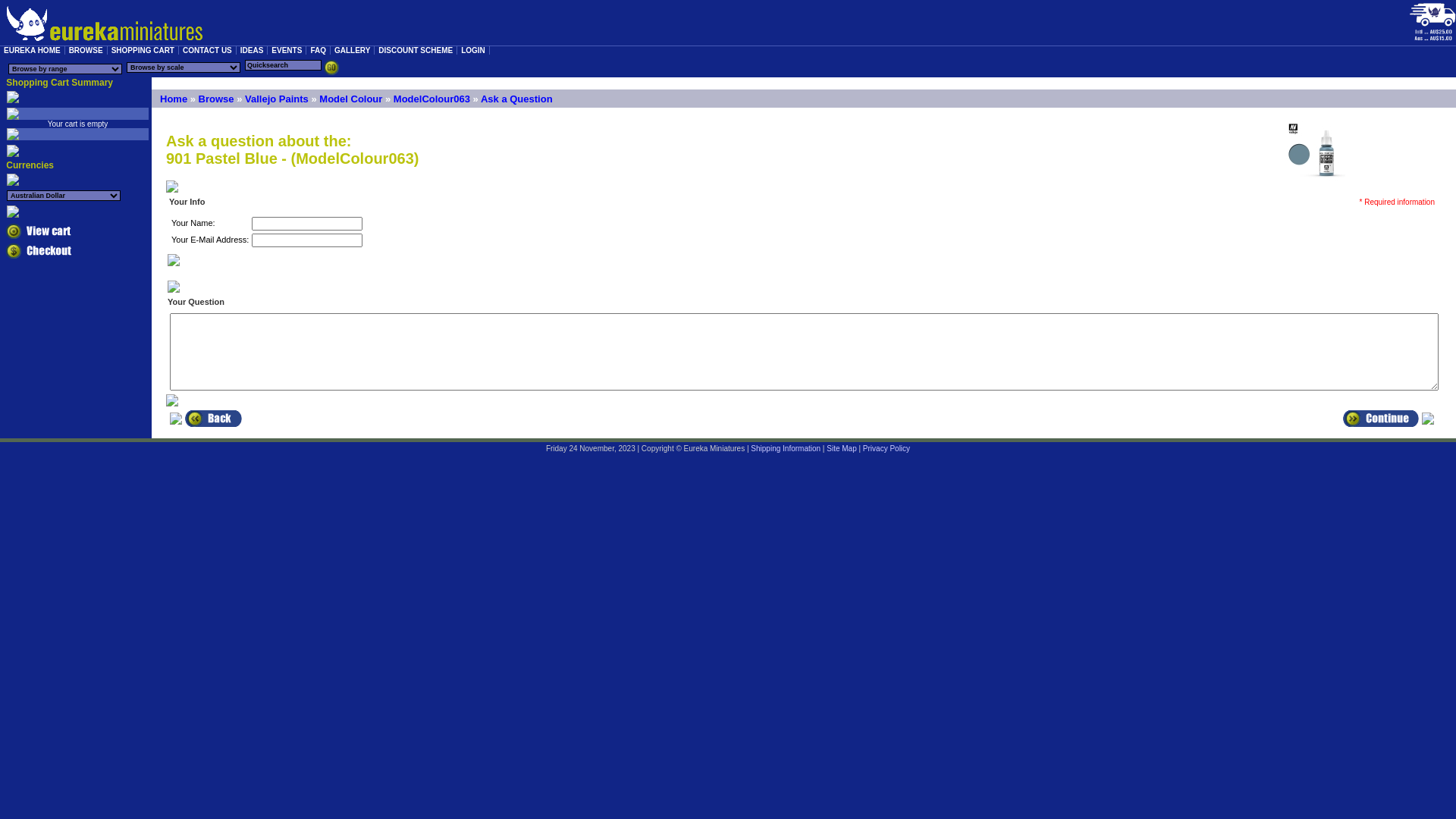  What do you see at coordinates (252, 49) in the screenshot?
I see `'IDEAS'` at bounding box center [252, 49].